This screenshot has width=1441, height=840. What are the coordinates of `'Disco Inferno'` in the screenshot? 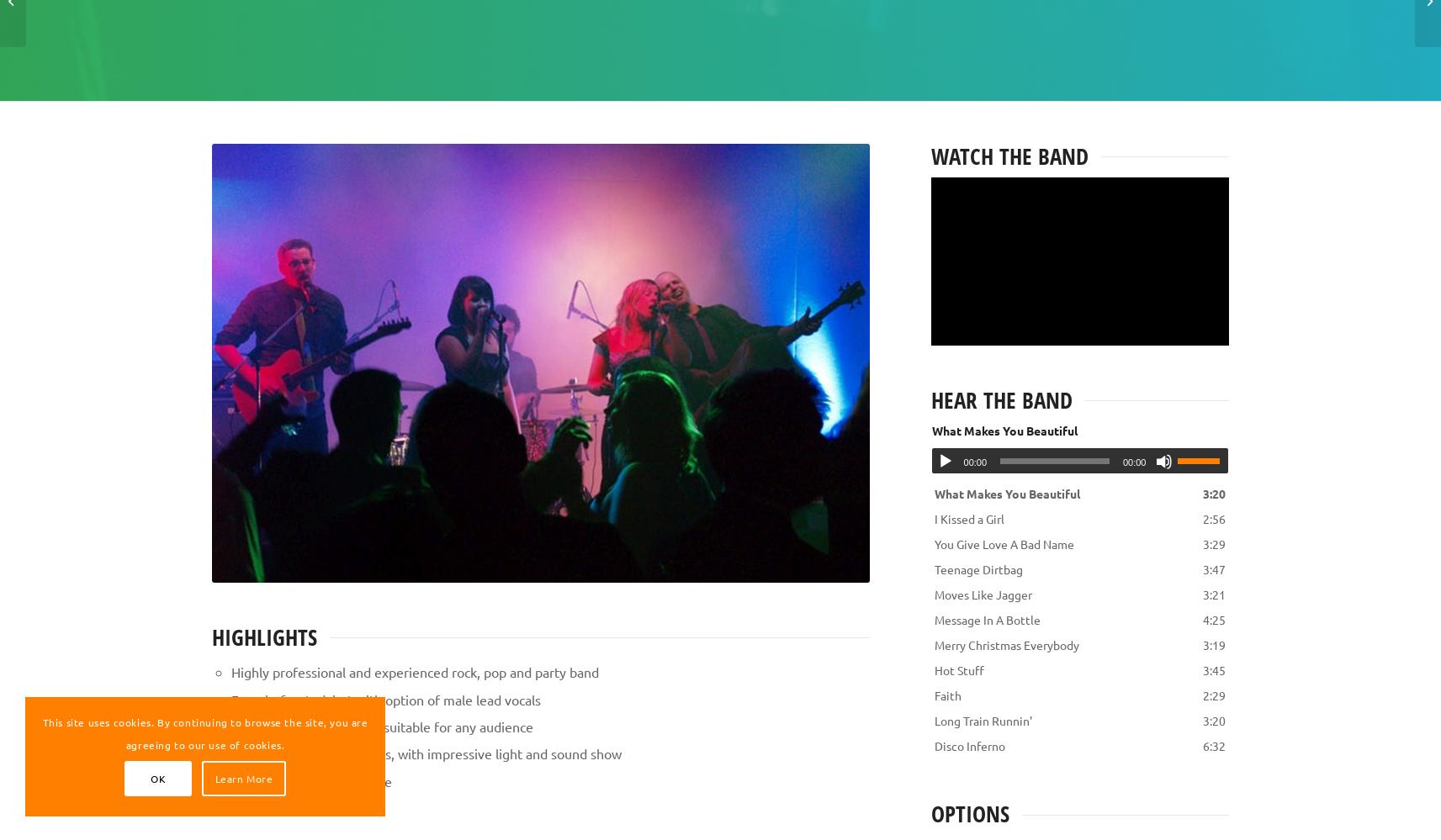 It's located at (967, 745).